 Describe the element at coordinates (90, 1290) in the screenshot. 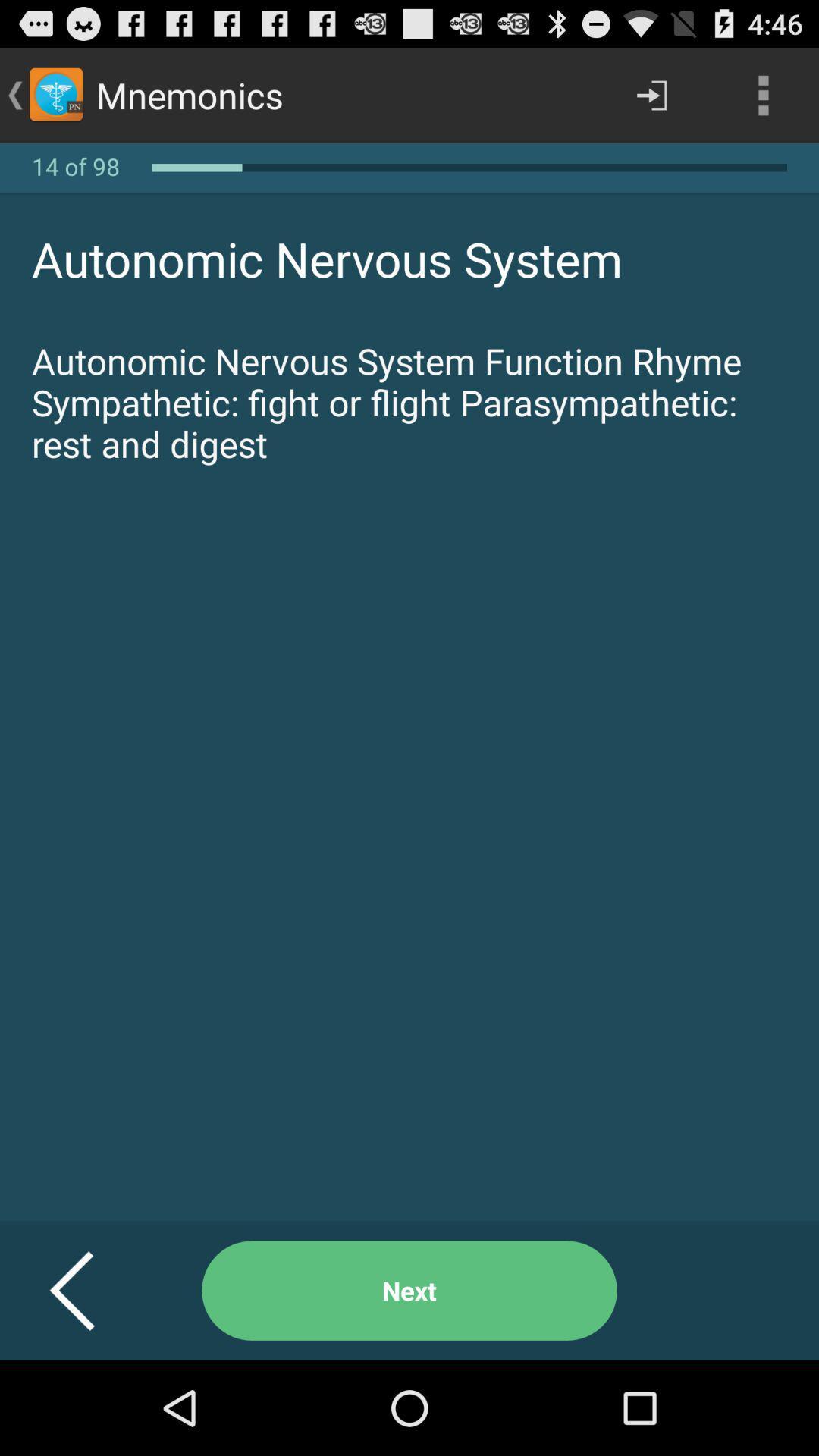

I see `icon to the left of next item` at that location.